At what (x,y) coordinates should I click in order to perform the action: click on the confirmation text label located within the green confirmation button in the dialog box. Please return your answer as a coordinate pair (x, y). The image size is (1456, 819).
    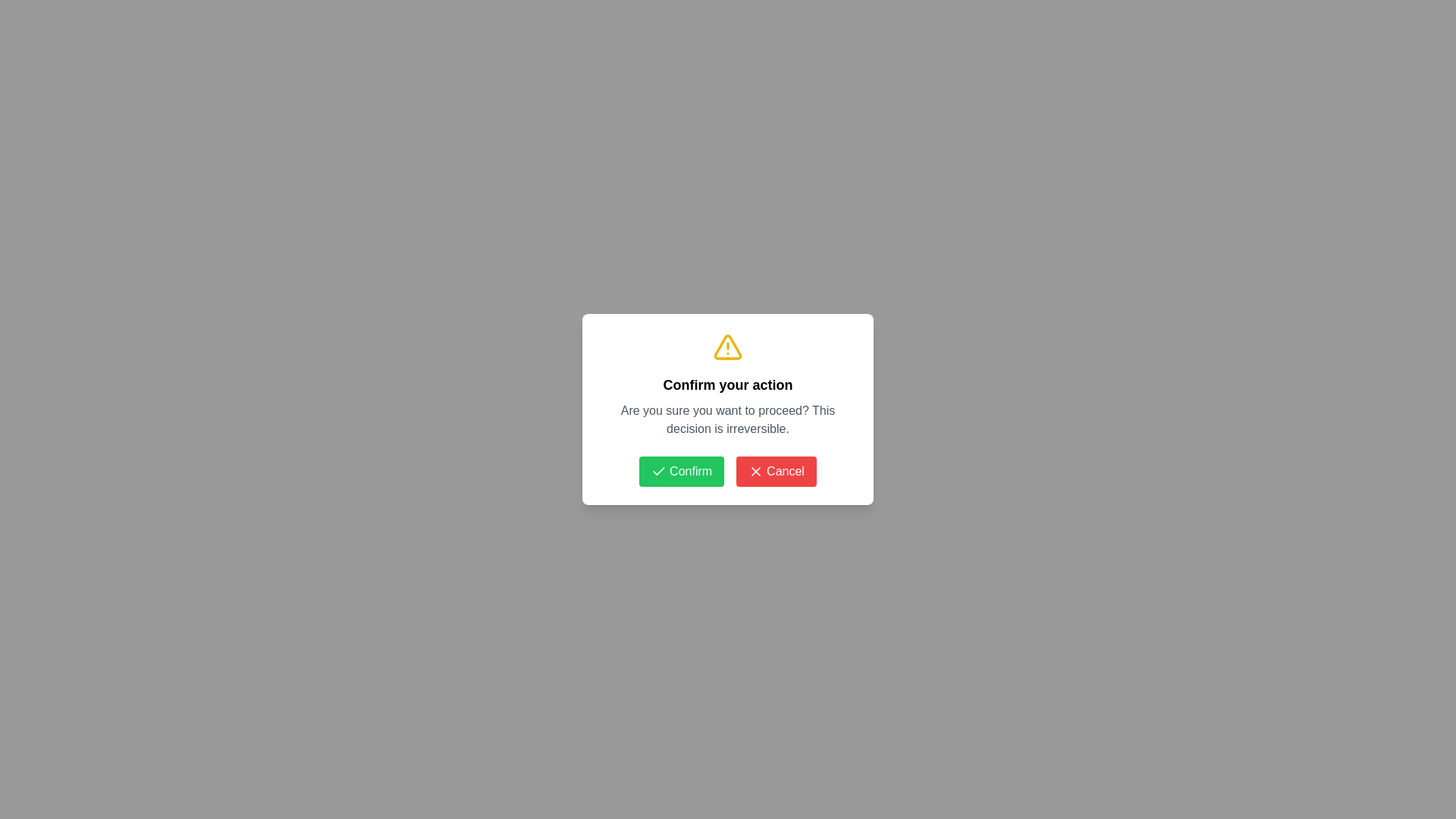
    Looking at the image, I should click on (690, 470).